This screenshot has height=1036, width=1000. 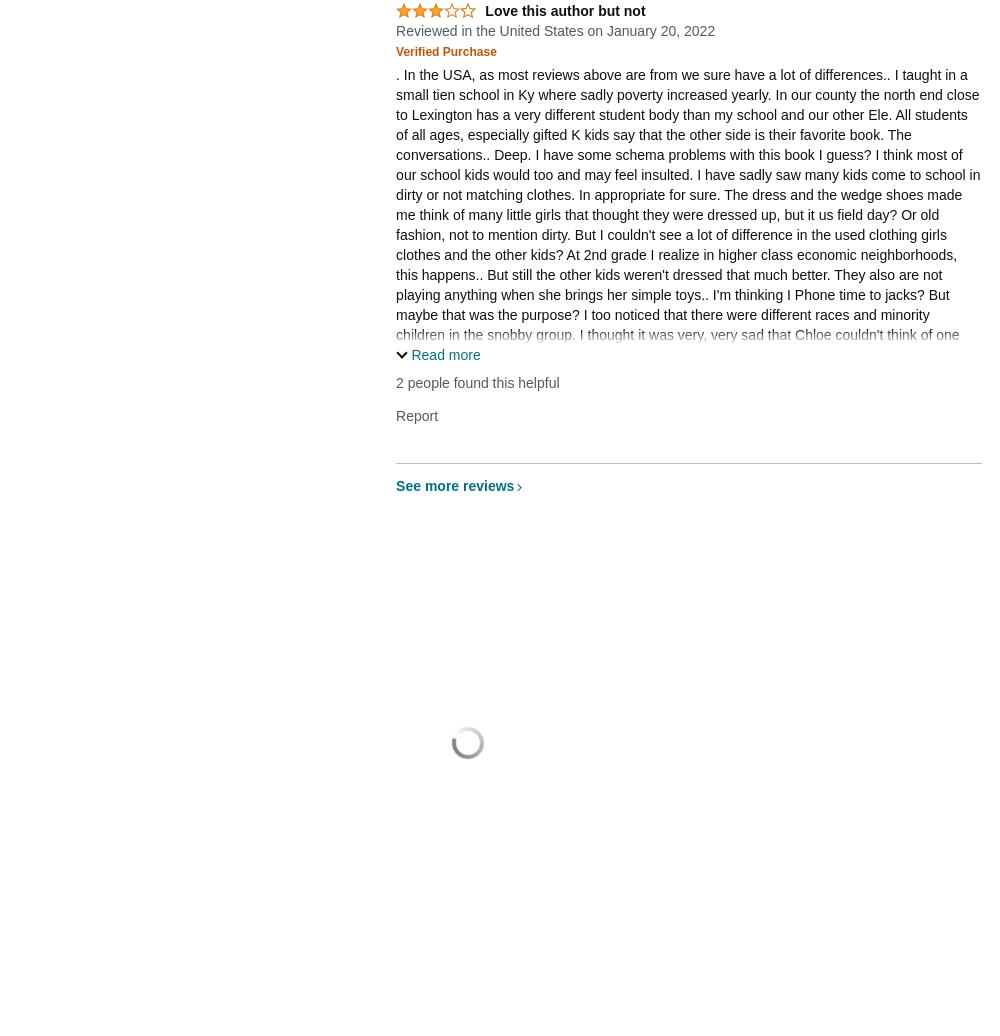 I want to click on '. In the USA, as most reviews above are from we sure have a lot of differences.. I taught in a small tien school in Ky where sadly poverty increased yearly. In our county the north end close to Lexington has a very different student body than my school and our other Ele. All students of all ages, especially gifted K kids say that the other side is their favorite book.  The conversations.. Deep. I have some schema problems with this book I guess? I think most of our school kids would too and may feel insulted. I have sadly saw many kids come to school in dirty or not matching clothes. In appropriate for sure. The dress and the wedge shoes made me think of many little girls that thought they were dressed up, but it us field day? Or old fashion, not to mention dirty. But I couldn't  see a lot of difference in the used clothing girls clothes and the other kids? At 2nd grade I realize in higher class economic neighborhoods, this happens.. But still the other kids weren't dressed that much better. They also are not playing anything when she brings her simple toys.. I'm thinking I Phone time to jacks? But maybe that was the purpose? I too noticed that there were different races and minority children in the snobby group. I thought it was very, very sad that Chloe couldn't think of one kind thing to say about anyone when the teacher uses her illustration. I maybe missing some depth in the authors purpose.', so click(x=688, y=225).